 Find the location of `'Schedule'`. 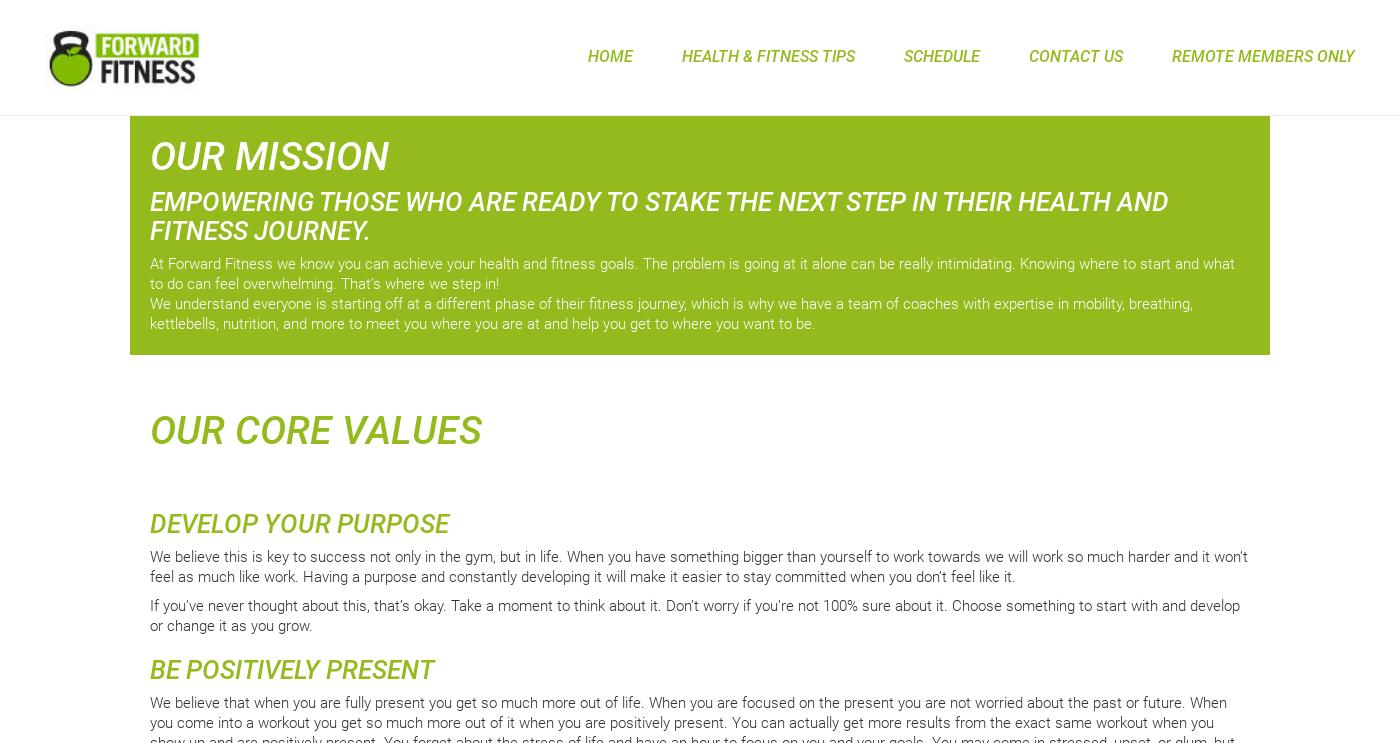

'Schedule' is located at coordinates (942, 55).